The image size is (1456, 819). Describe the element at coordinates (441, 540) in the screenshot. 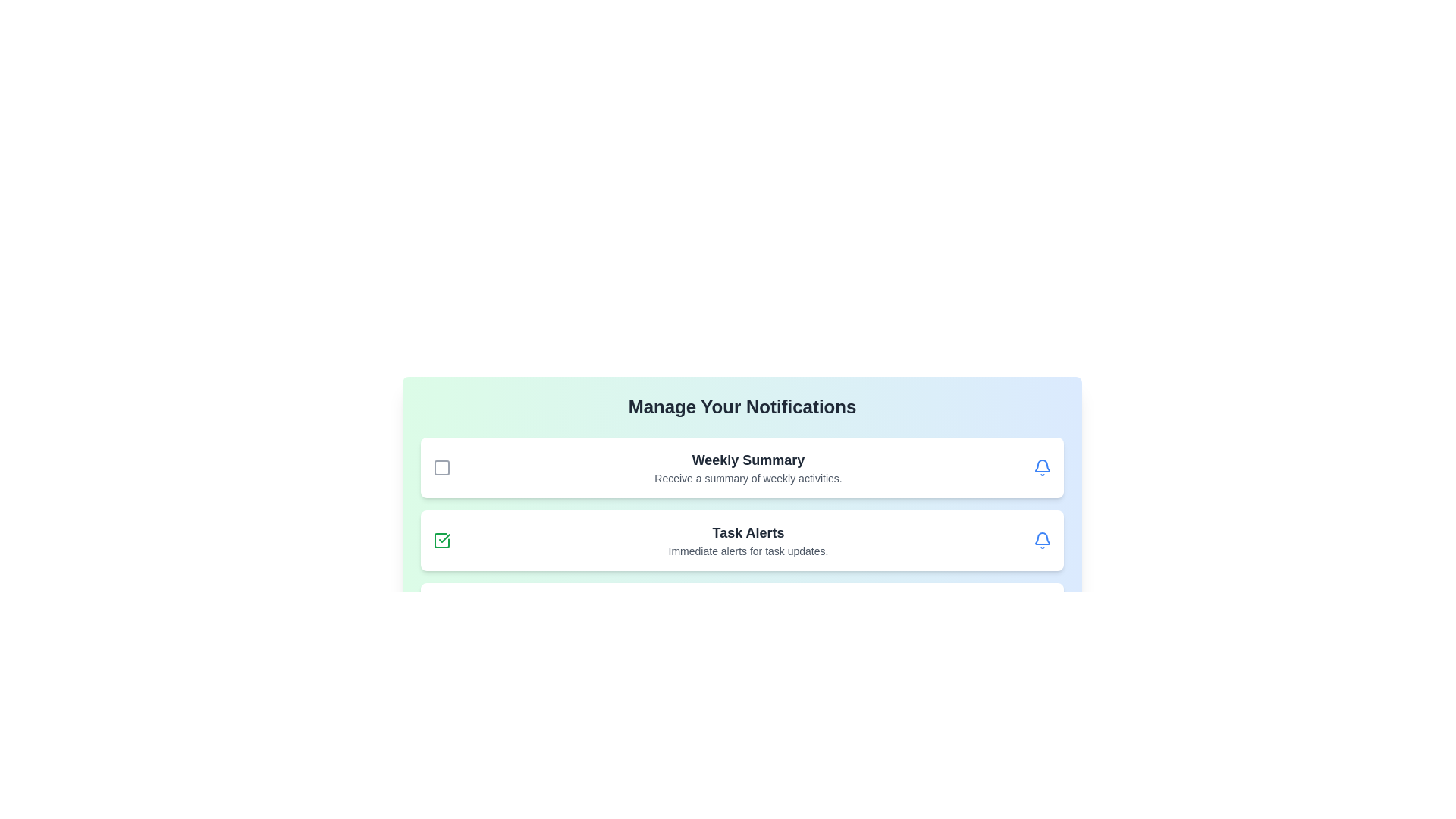

I see `the 'Task Alerts' status icon, which indicates that the feature is enabled and is part of the checkbox control group located below the 'Weekly Summary' row` at that location.